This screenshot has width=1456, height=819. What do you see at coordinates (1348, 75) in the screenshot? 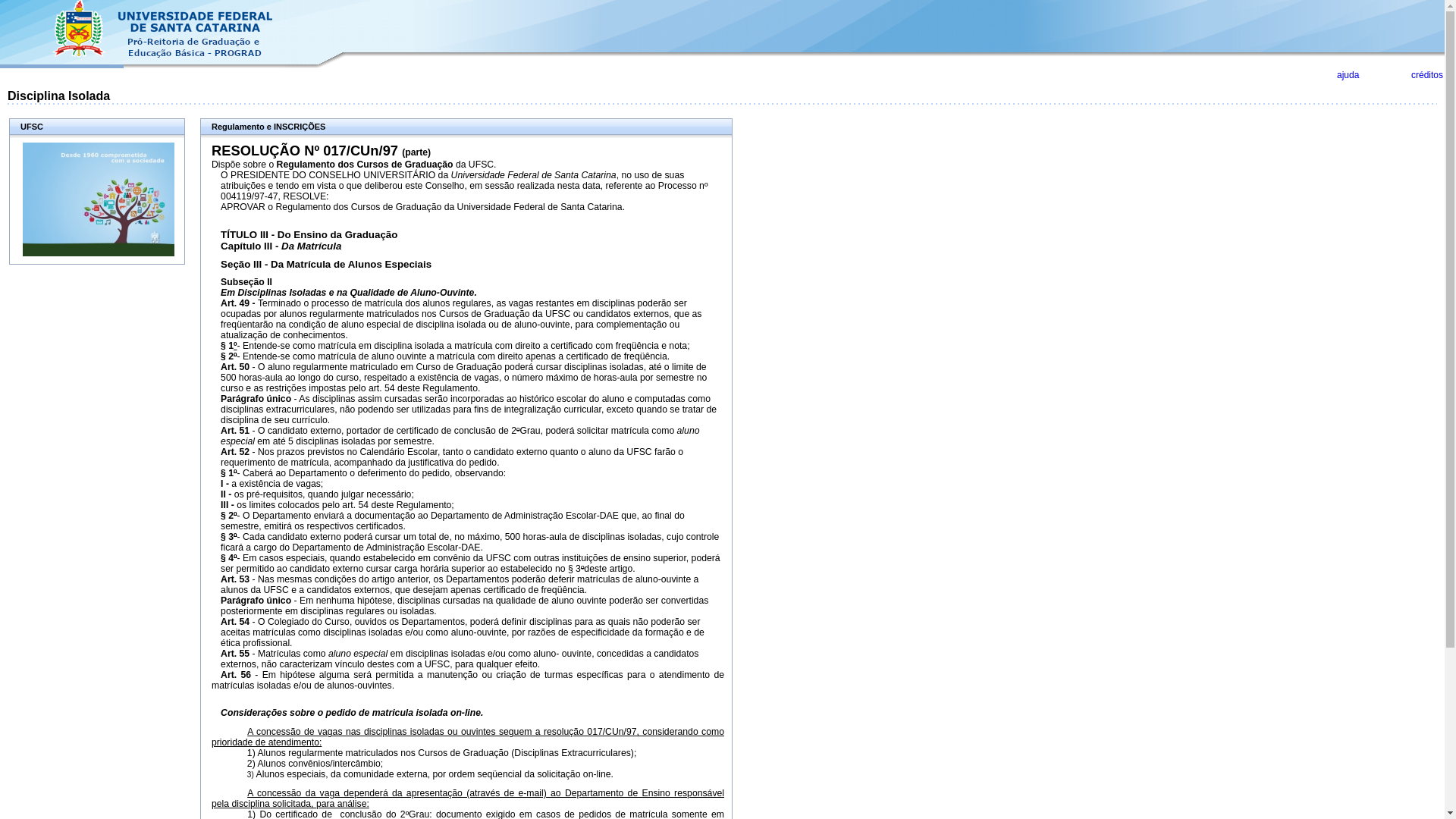
I see `'ajuda'` at bounding box center [1348, 75].